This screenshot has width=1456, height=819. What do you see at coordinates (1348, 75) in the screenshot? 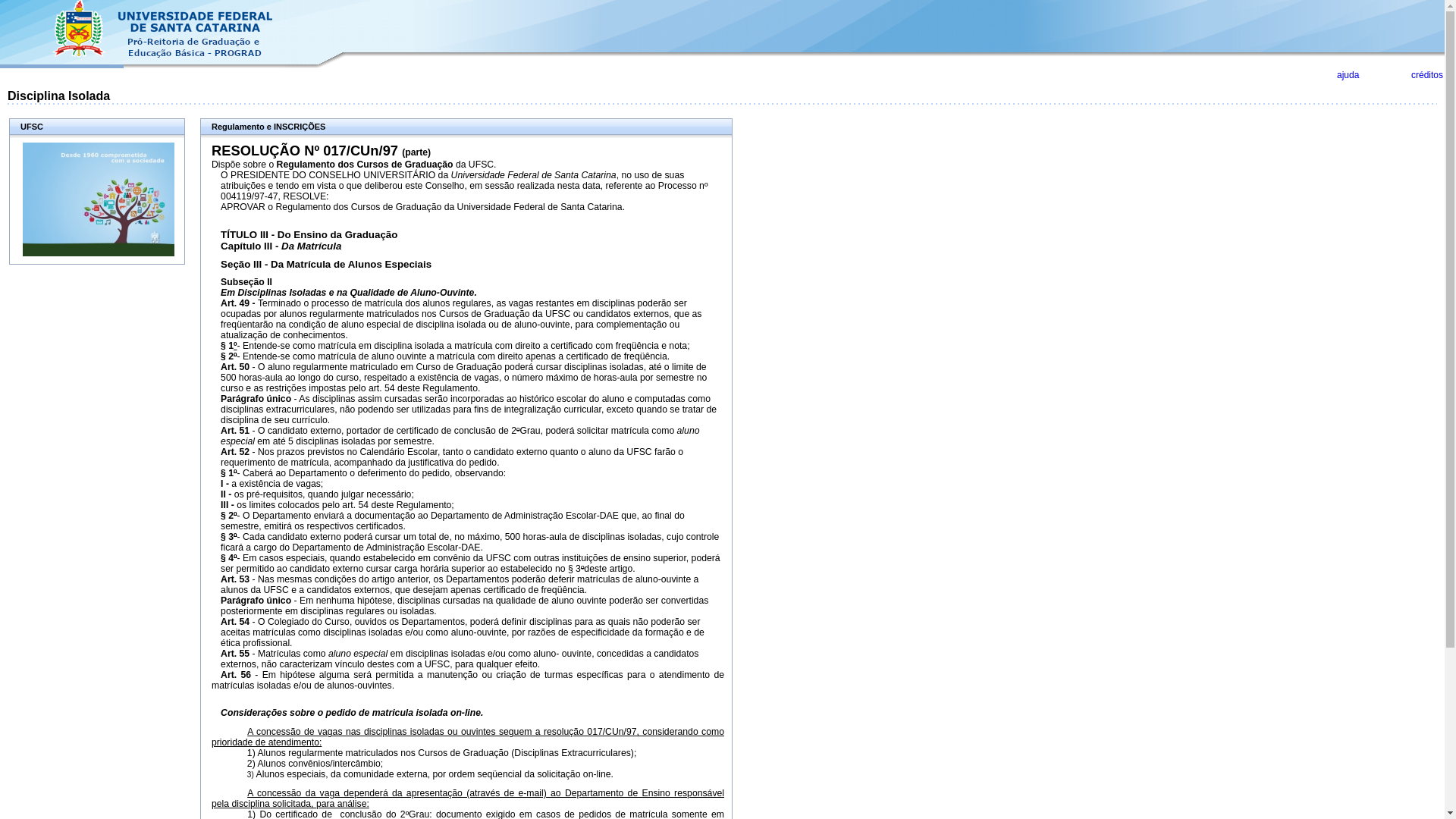
I see `'ajuda'` at bounding box center [1348, 75].